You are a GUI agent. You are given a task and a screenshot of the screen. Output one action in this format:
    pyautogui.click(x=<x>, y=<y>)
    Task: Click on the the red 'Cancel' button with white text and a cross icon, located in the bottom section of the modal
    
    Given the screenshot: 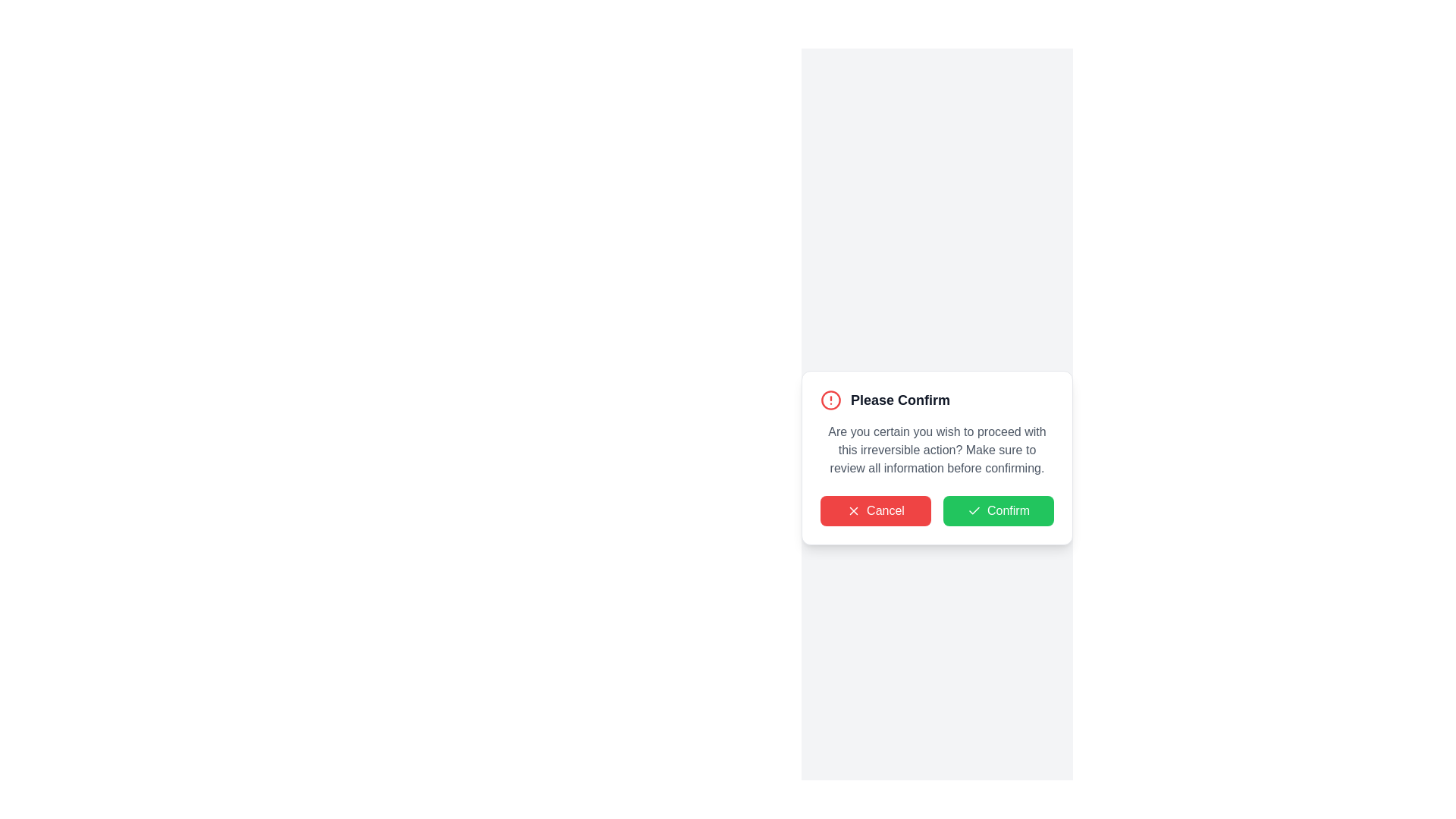 What is the action you would take?
    pyautogui.click(x=876, y=511)
    